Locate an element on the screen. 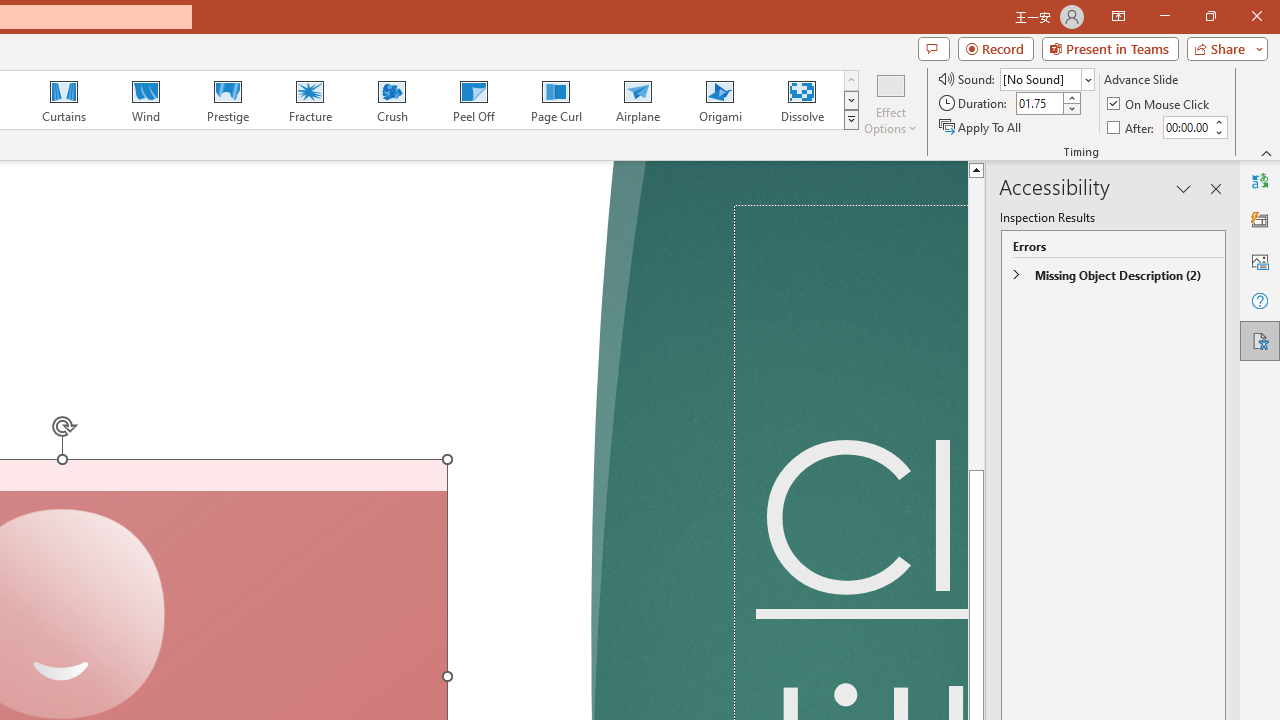 The width and height of the screenshot is (1280, 720). 'Task Pane Options' is located at coordinates (1184, 189).